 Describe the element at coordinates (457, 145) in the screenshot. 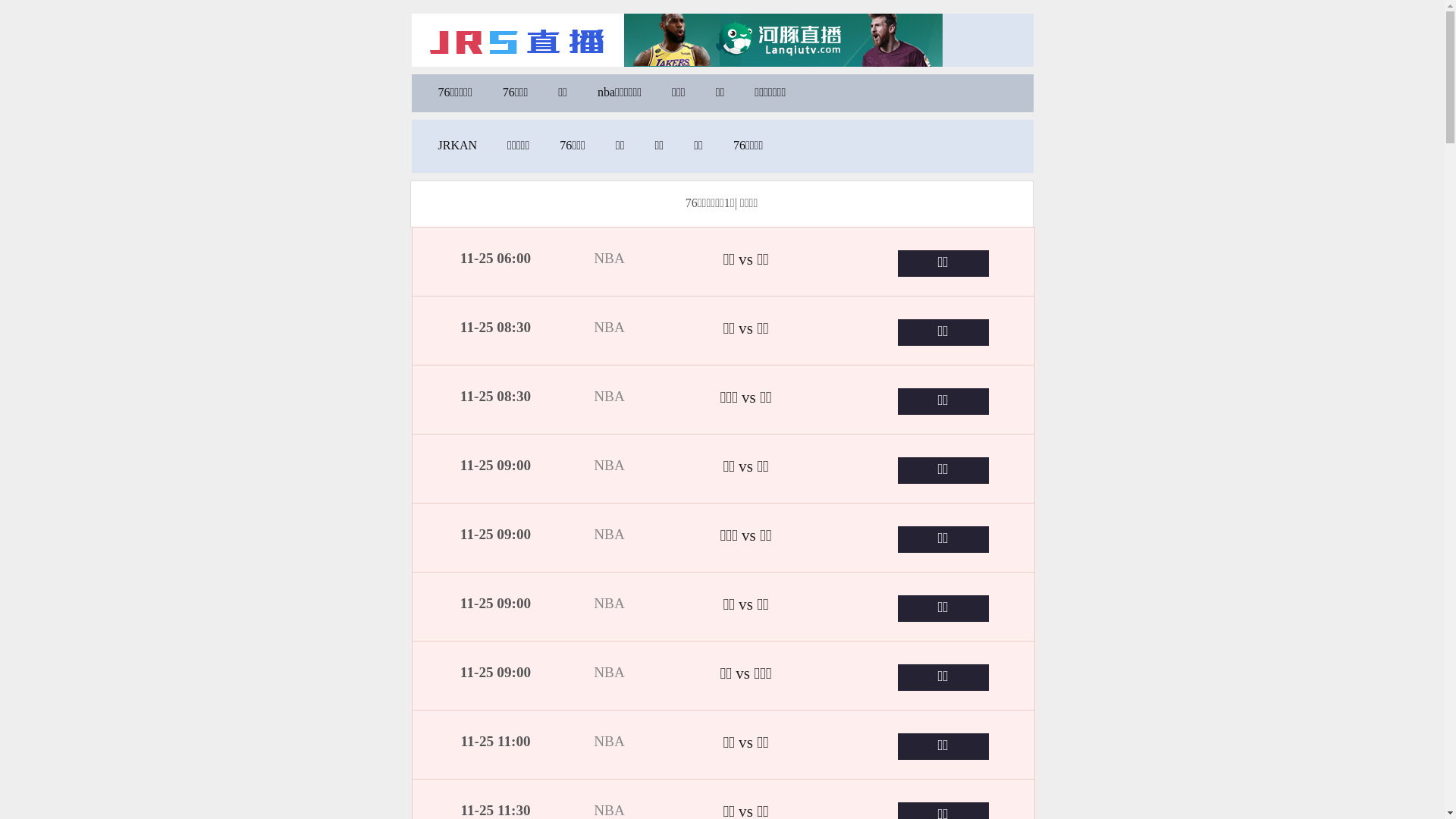

I see `'JRKAN'` at that location.